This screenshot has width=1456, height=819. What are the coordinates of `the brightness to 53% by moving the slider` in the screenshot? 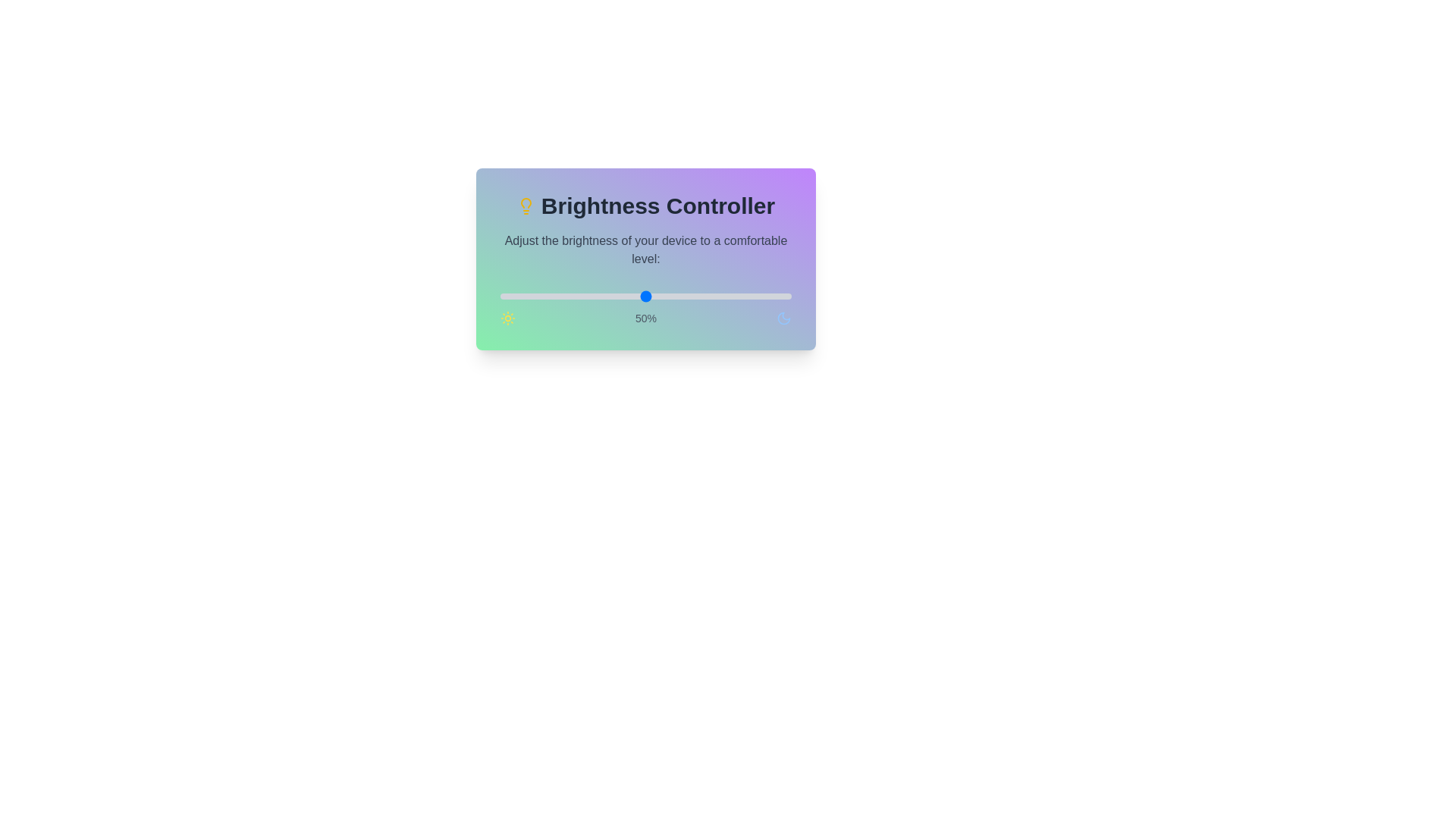 It's located at (654, 296).